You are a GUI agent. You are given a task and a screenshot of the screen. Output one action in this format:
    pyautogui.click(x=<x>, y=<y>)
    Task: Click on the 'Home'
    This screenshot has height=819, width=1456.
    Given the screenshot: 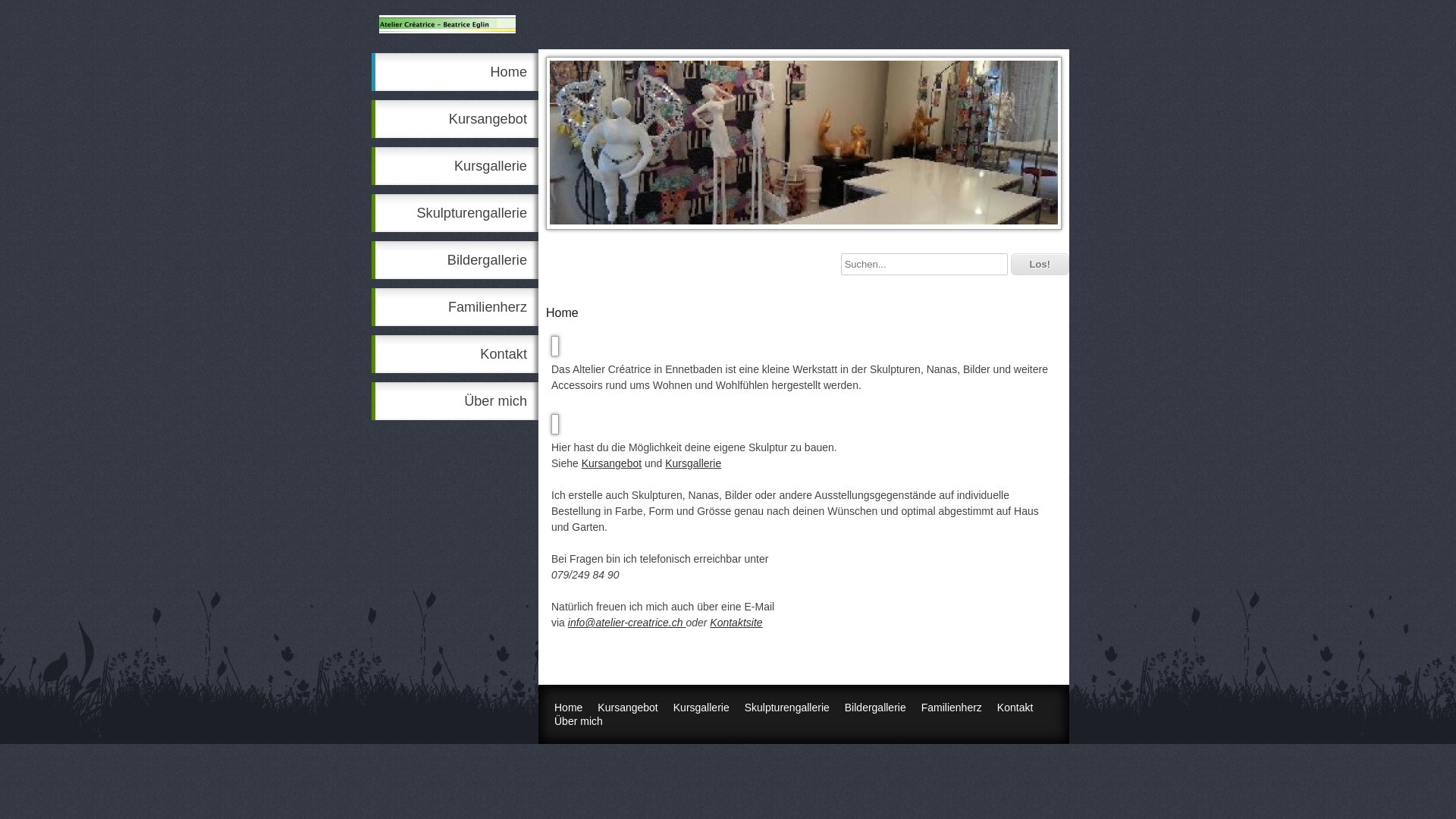 What is the action you would take?
    pyautogui.click(x=371, y=72)
    